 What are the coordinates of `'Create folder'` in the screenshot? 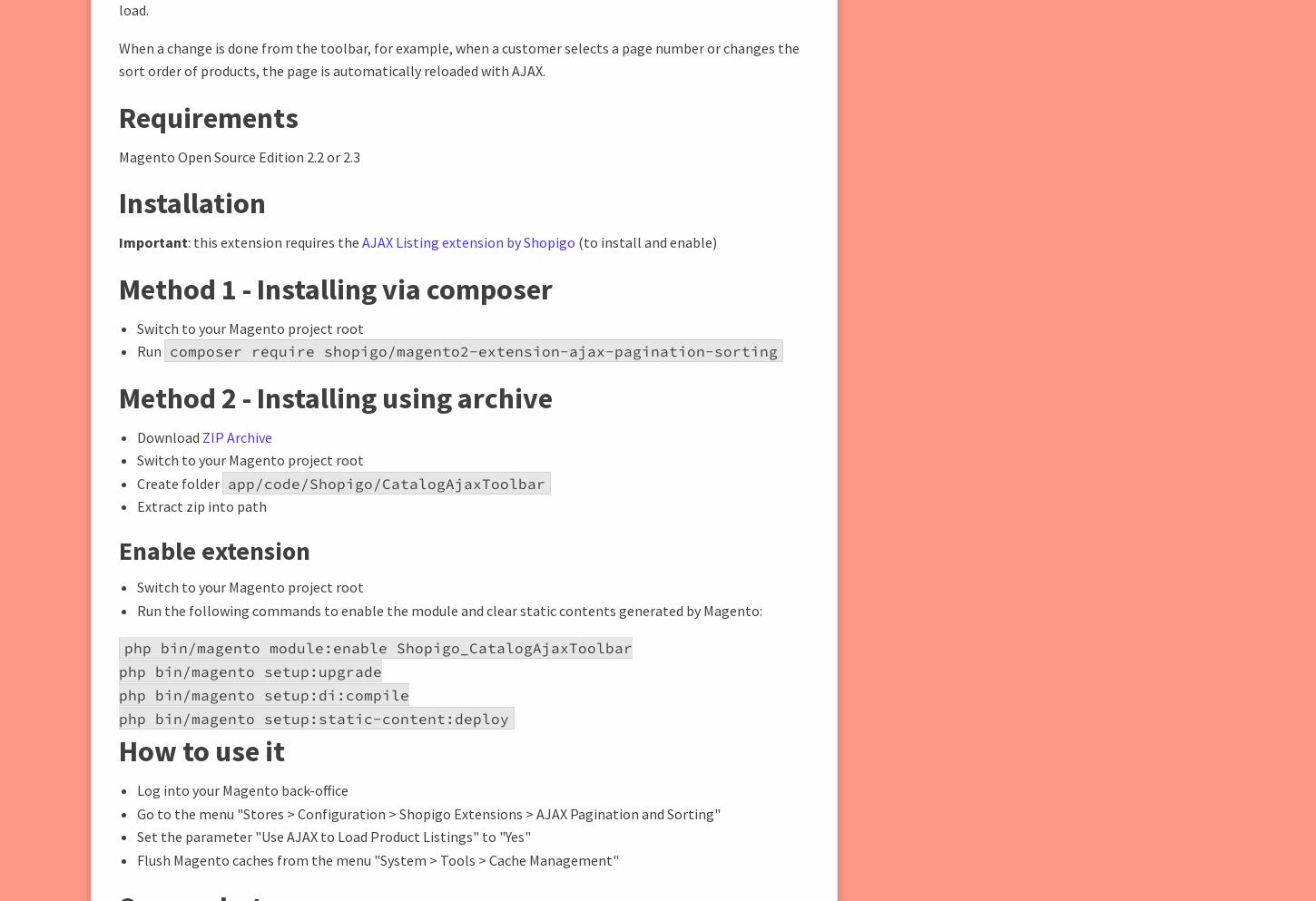 It's located at (179, 483).